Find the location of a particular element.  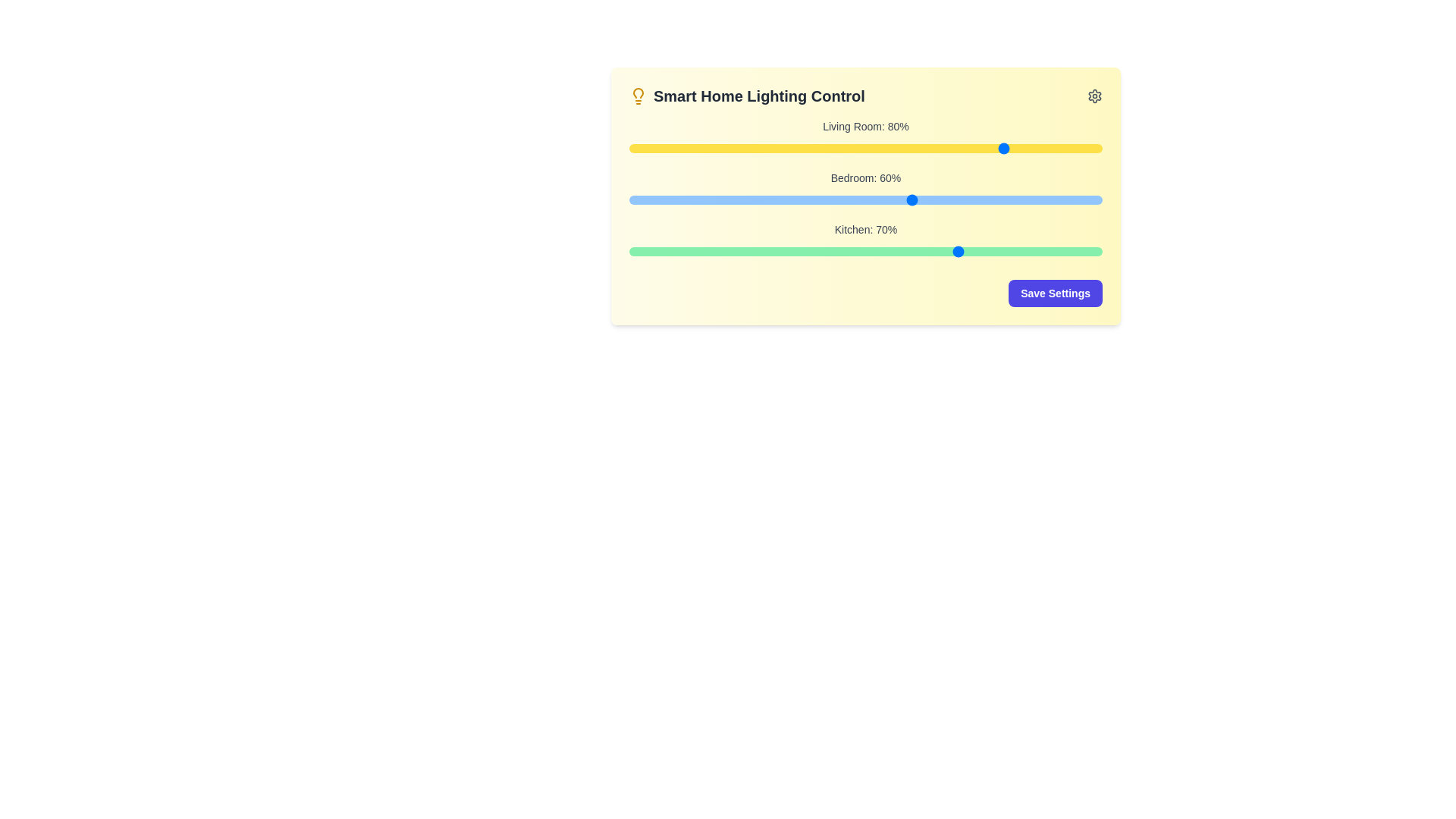

the text label displaying 'Kitchen: 70%' to potentially reveal additional information is located at coordinates (866, 230).